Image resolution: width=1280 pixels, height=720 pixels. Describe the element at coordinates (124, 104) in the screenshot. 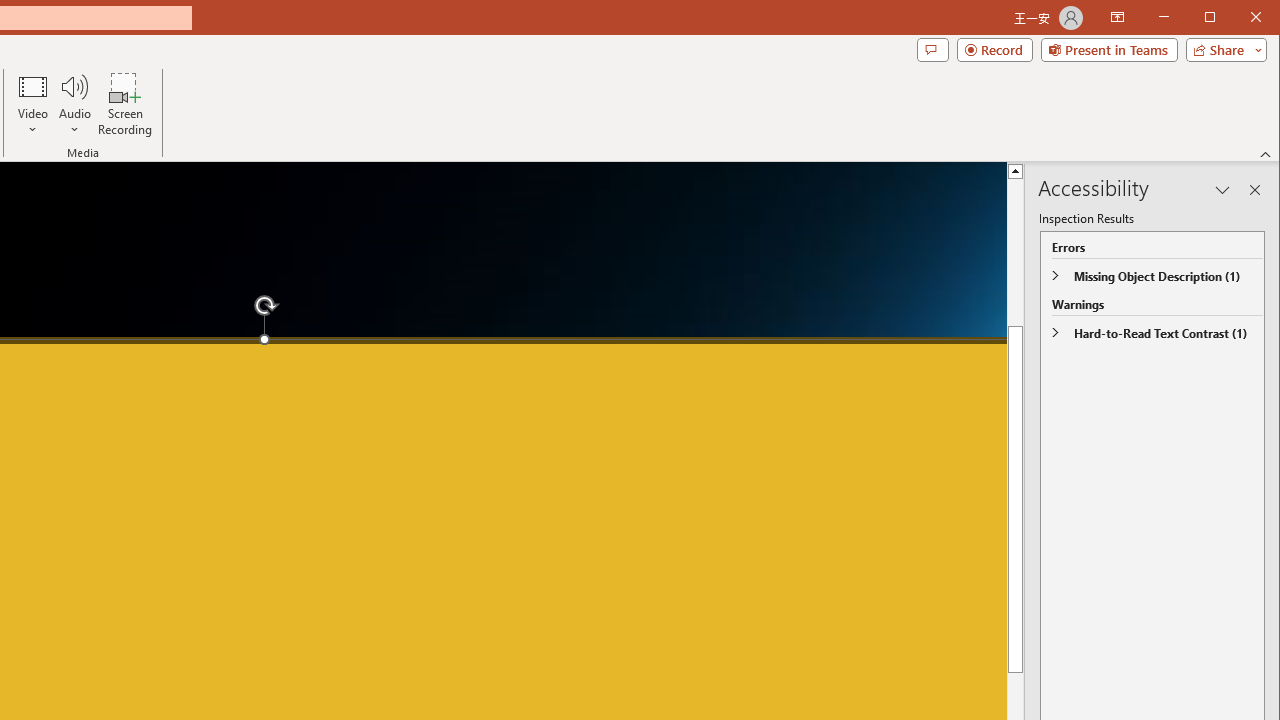

I see `'Screen Recording...'` at that location.